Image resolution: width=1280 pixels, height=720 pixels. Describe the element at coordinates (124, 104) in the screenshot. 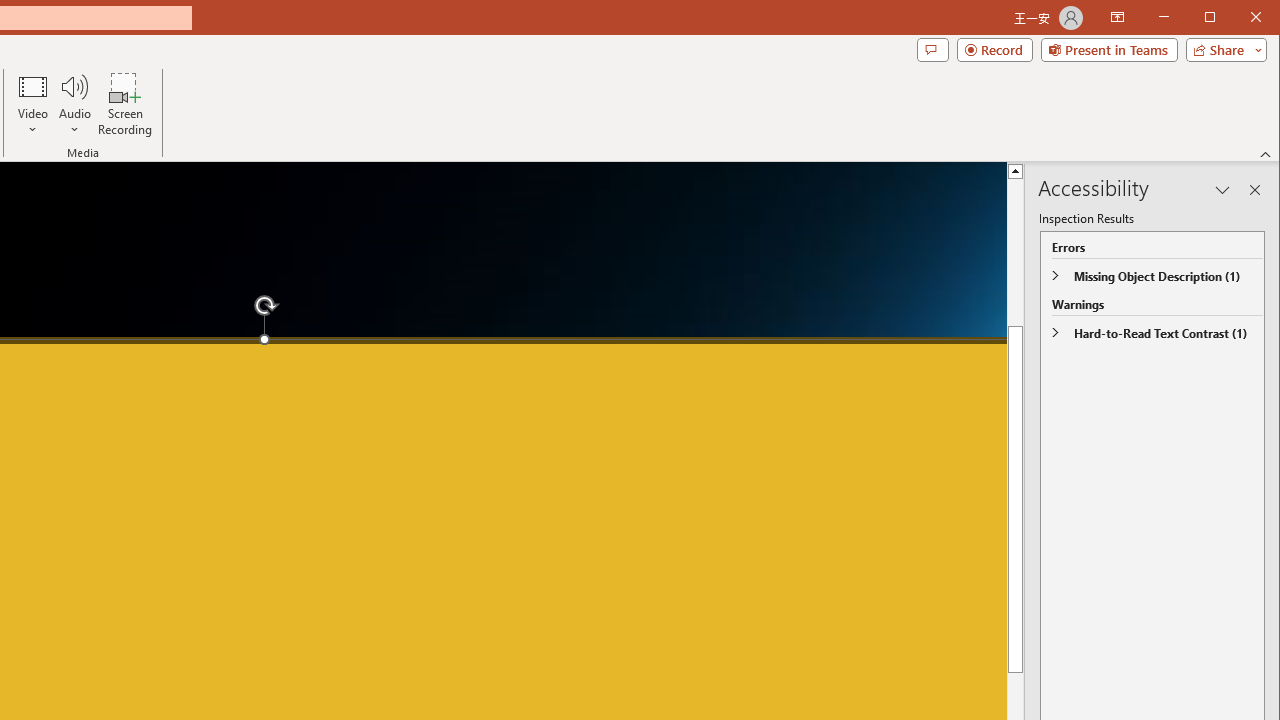

I see `'Screen Recording...'` at that location.